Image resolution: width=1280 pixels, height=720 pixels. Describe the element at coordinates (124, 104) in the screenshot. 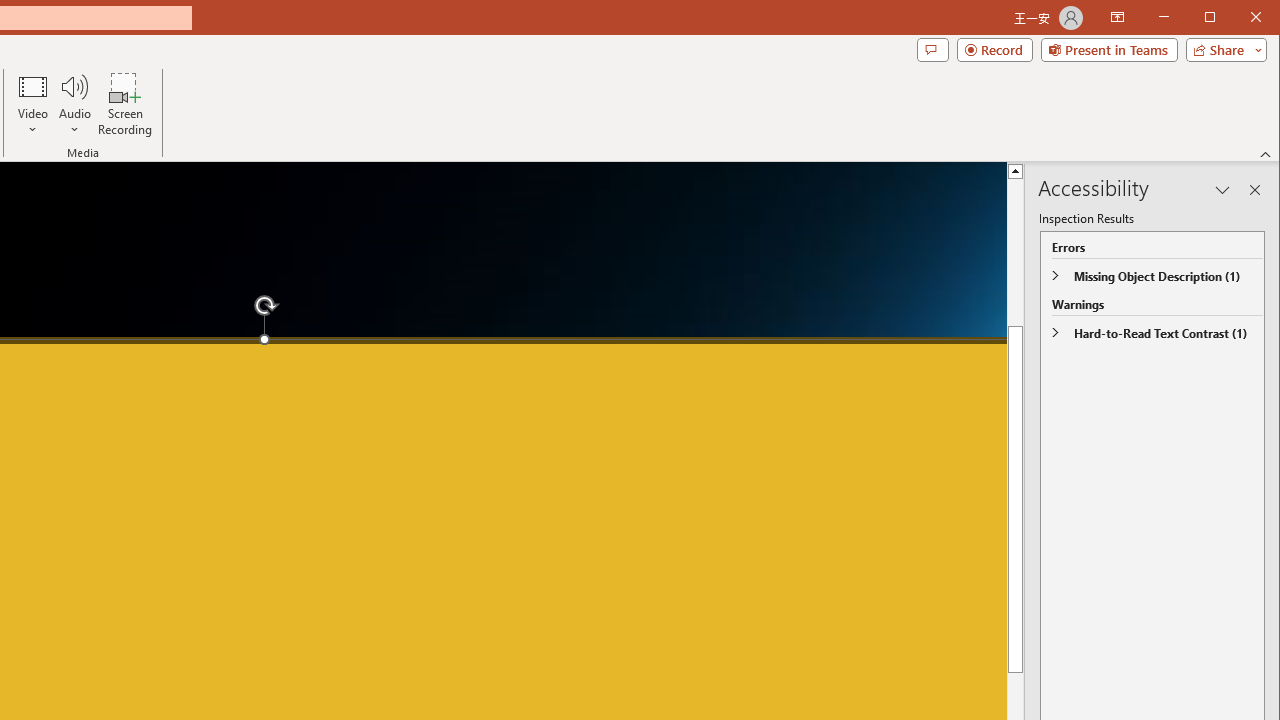

I see `'Screen Recording...'` at that location.